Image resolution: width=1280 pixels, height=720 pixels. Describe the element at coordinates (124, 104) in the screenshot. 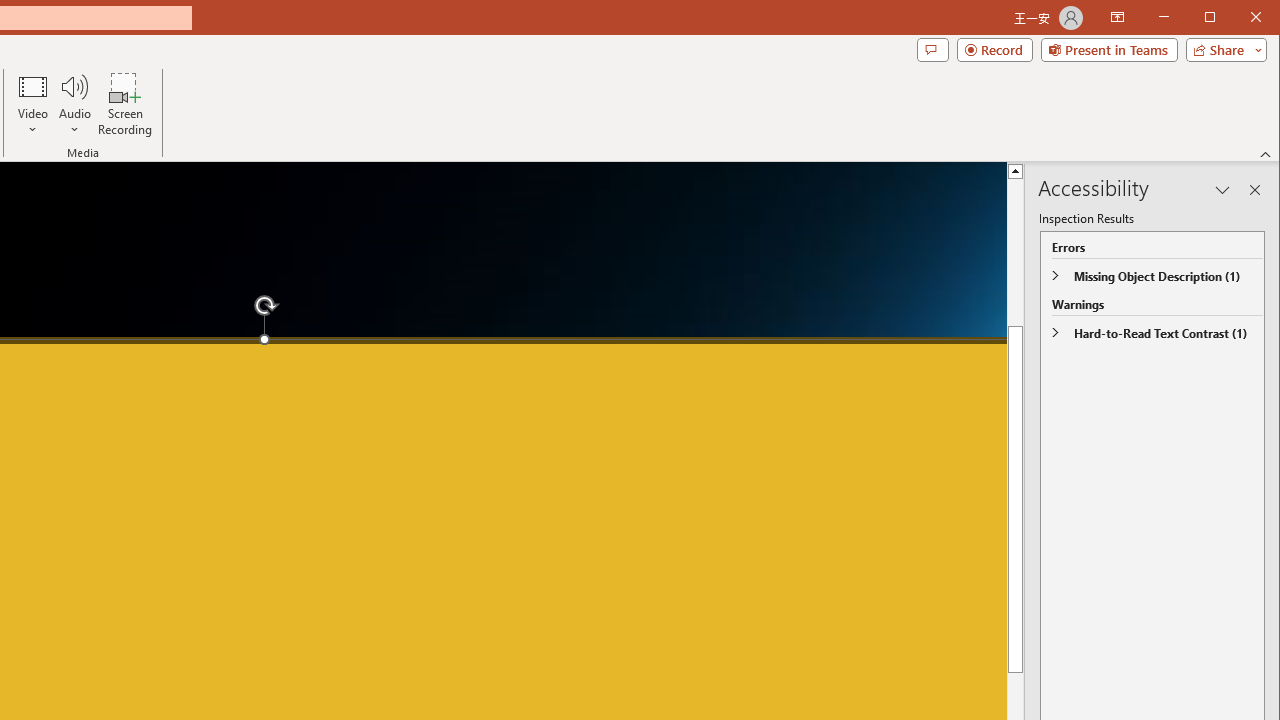

I see `'Screen Recording...'` at that location.